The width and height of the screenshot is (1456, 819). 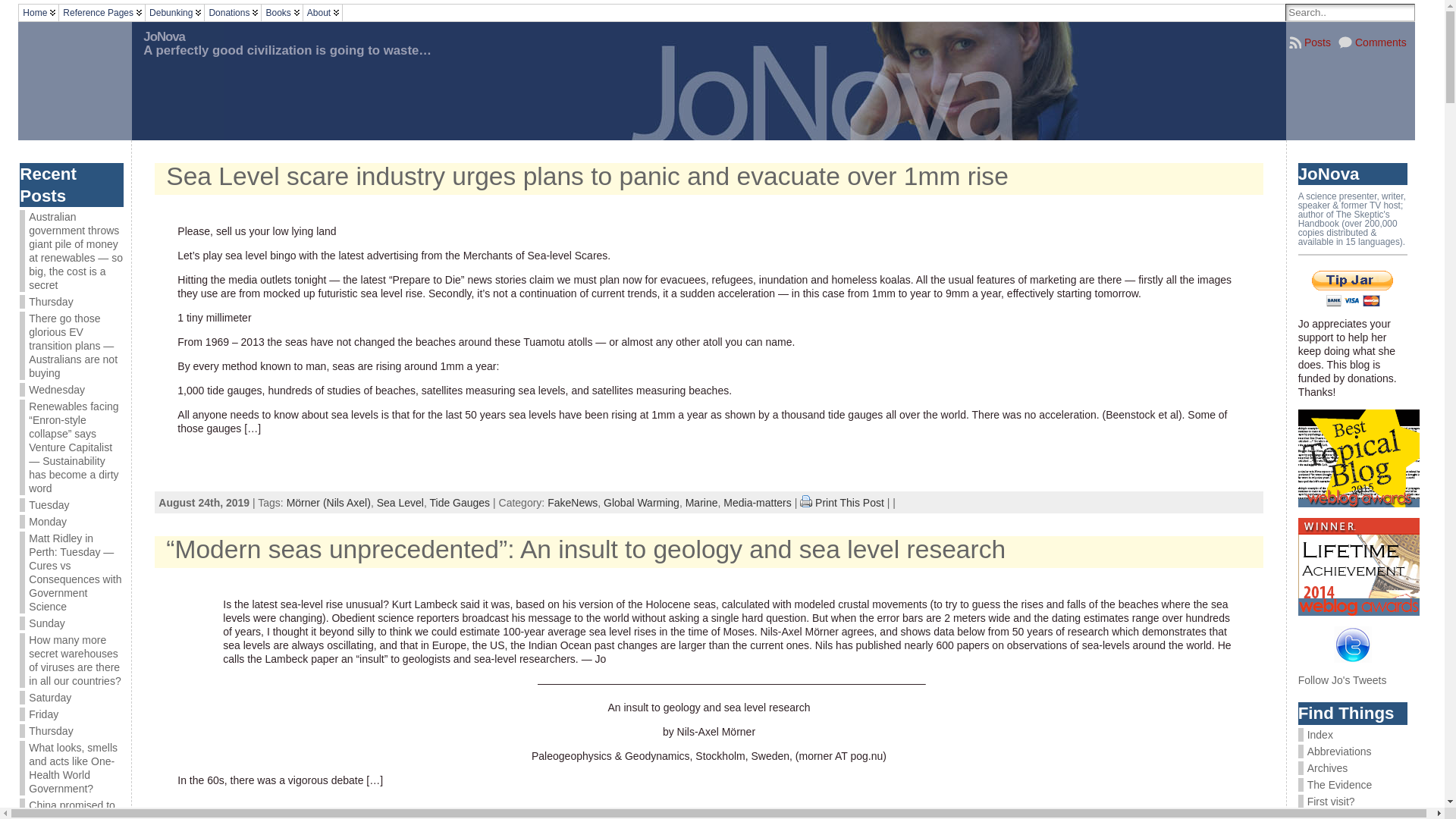 What do you see at coordinates (400, 503) in the screenshot?
I see `'Sea Level'` at bounding box center [400, 503].